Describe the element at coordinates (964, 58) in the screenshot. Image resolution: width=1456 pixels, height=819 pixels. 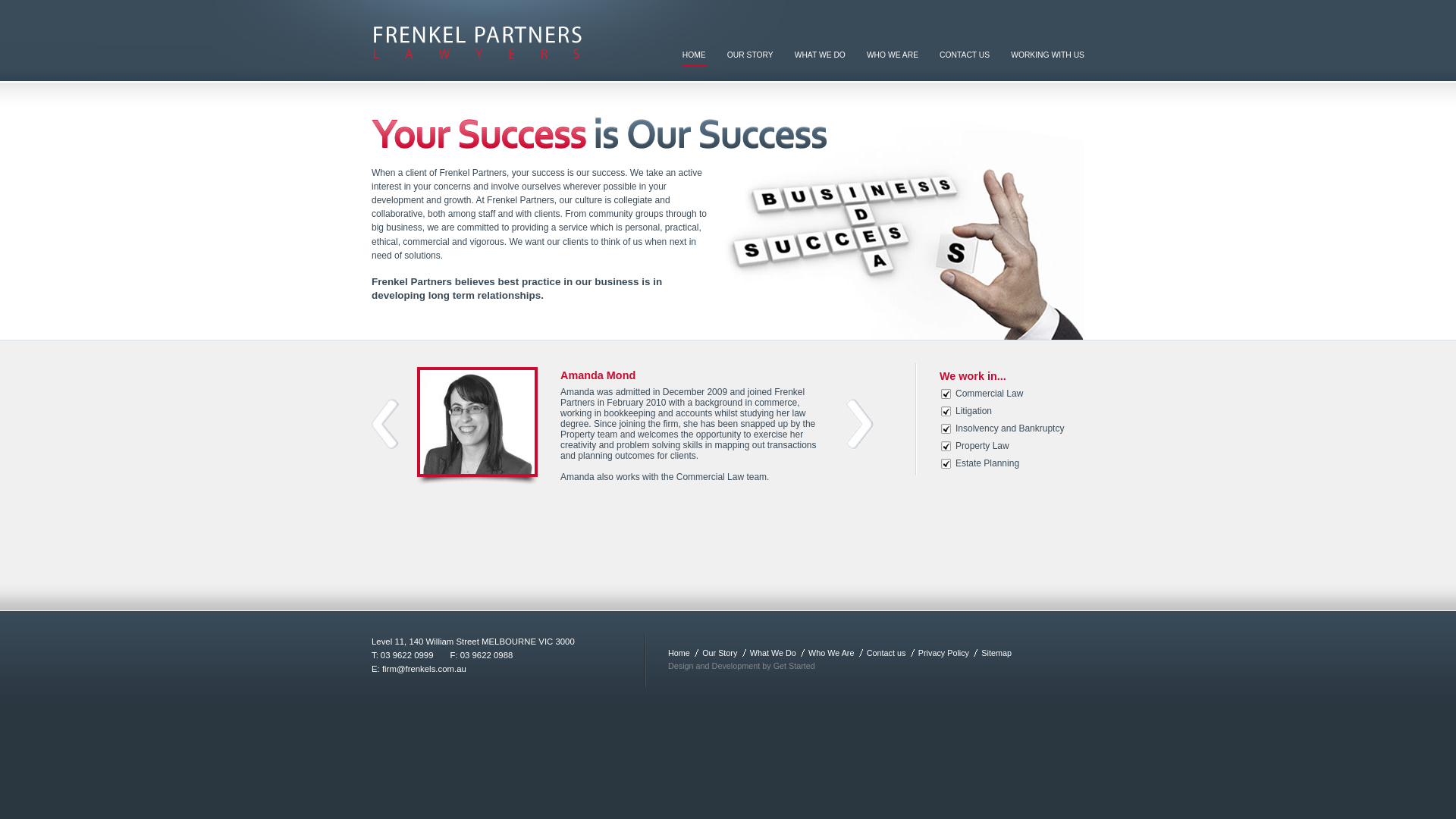
I see `'CONTACT US'` at that location.